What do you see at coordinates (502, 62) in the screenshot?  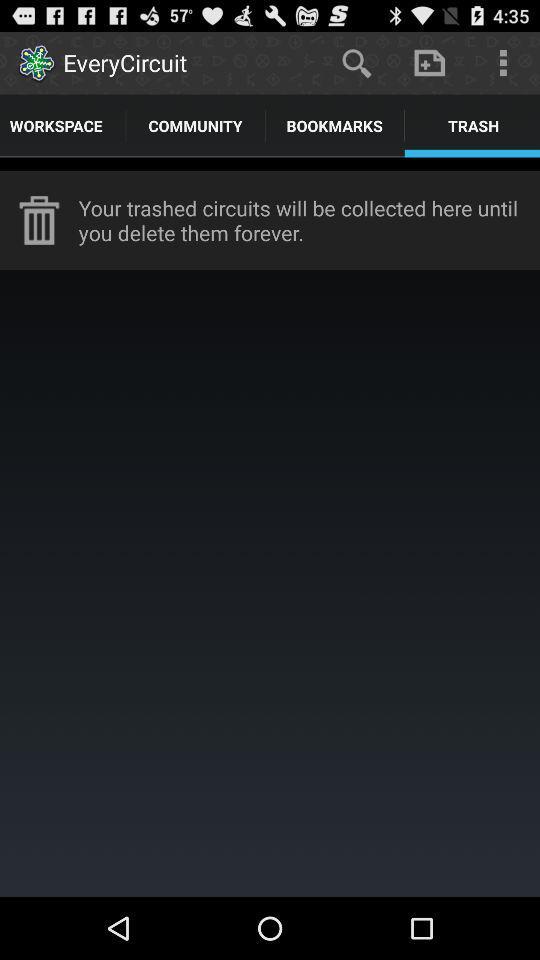 I see `icon above trash` at bounding box center [502, 62].